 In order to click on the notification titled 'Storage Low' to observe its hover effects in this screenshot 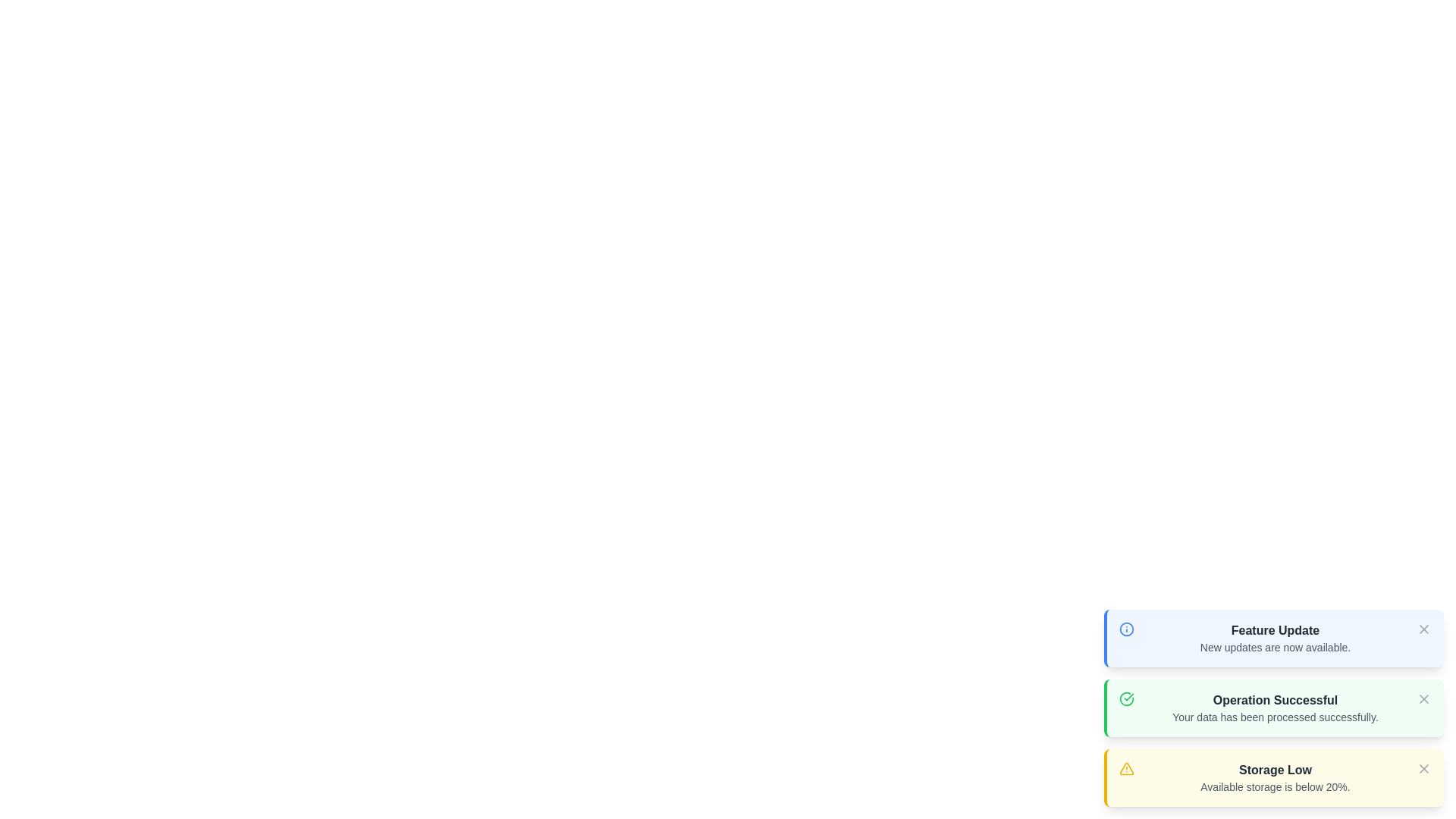, I will do `click(1274, 778)`.